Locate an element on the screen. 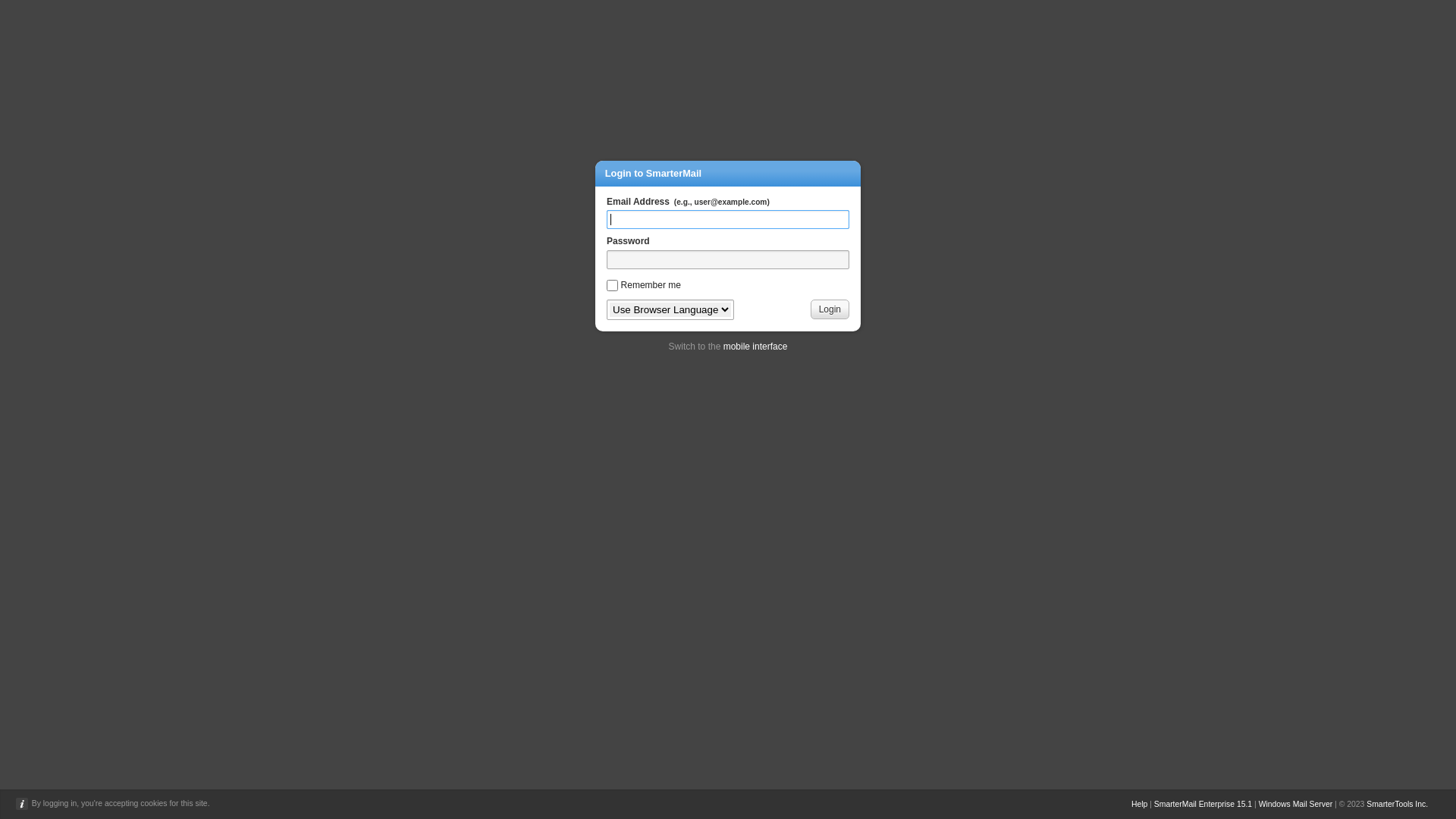 Image resolution: width=1456 pixels, height=819 pixels. 'mobile interface' is located at coordinates (723, 347).